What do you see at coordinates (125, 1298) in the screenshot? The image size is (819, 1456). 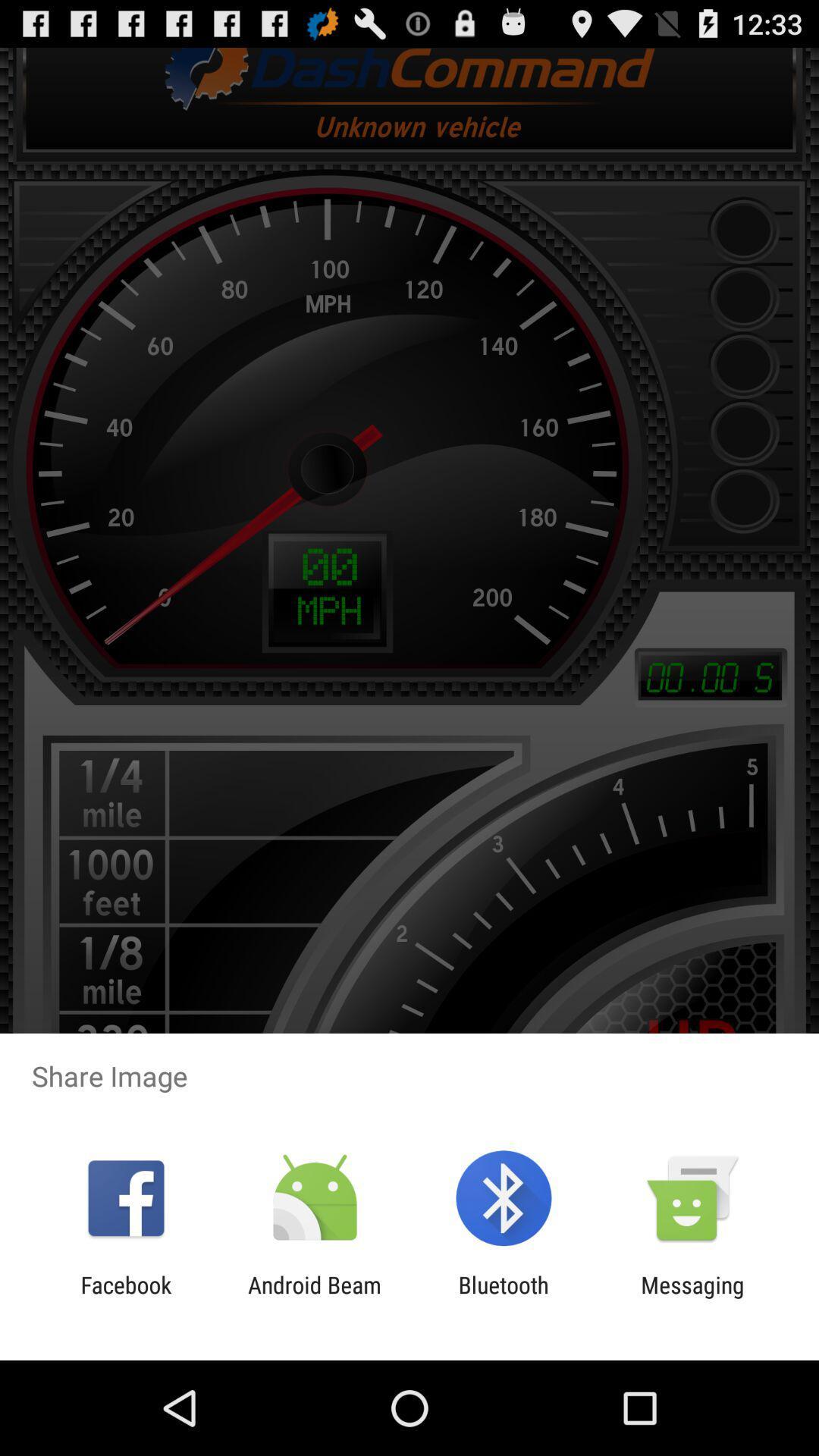 I see `the facebook item` at bounding box center [125, 1298].